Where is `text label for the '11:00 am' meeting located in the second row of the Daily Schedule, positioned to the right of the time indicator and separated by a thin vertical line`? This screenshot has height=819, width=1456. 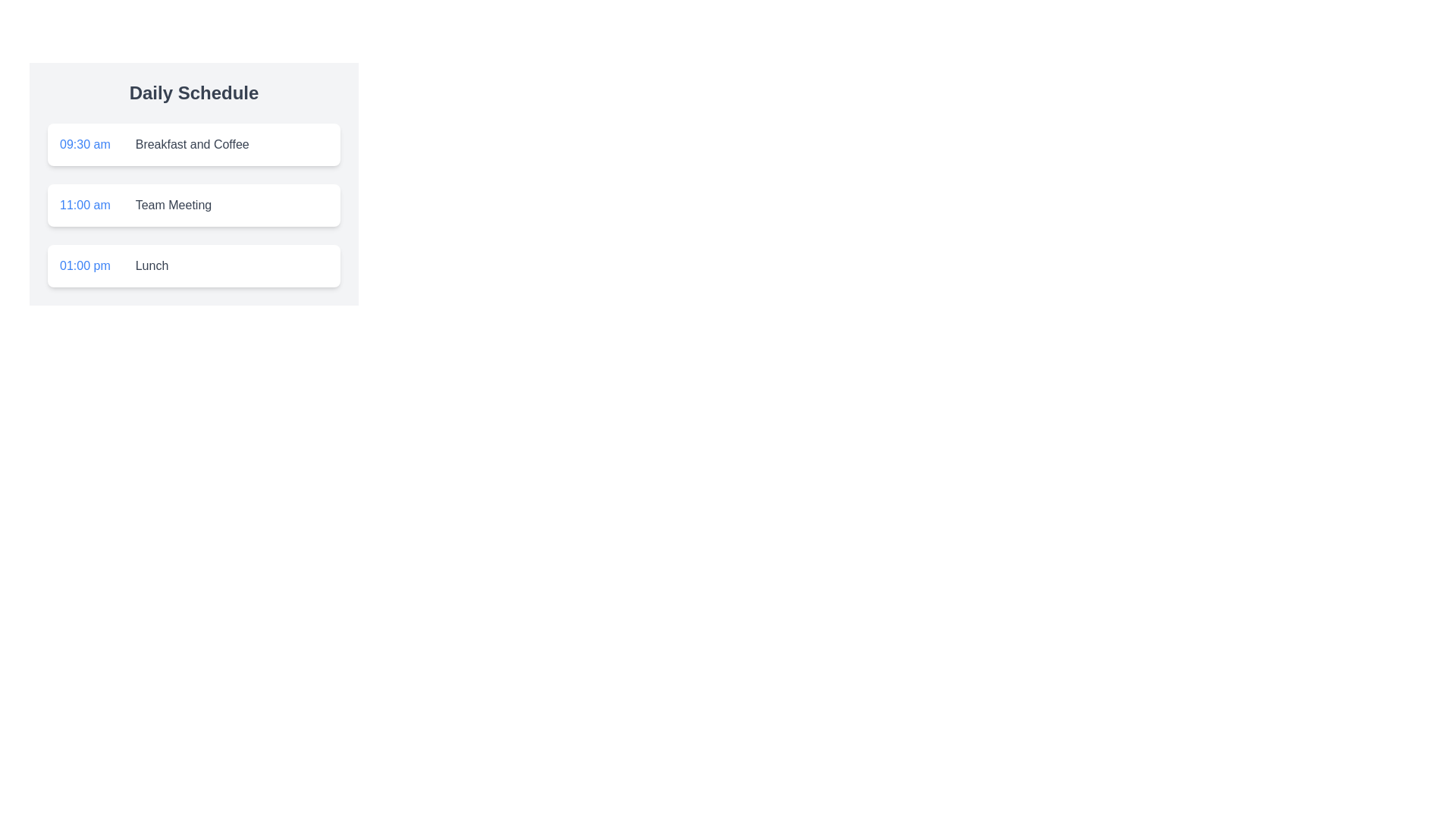 text label for the '11:00 am' meeting located in the second row of the Daily Schedule, positioned to the right of the time indicator and separated by a thin vertical line is located at coordinates (167, 205).